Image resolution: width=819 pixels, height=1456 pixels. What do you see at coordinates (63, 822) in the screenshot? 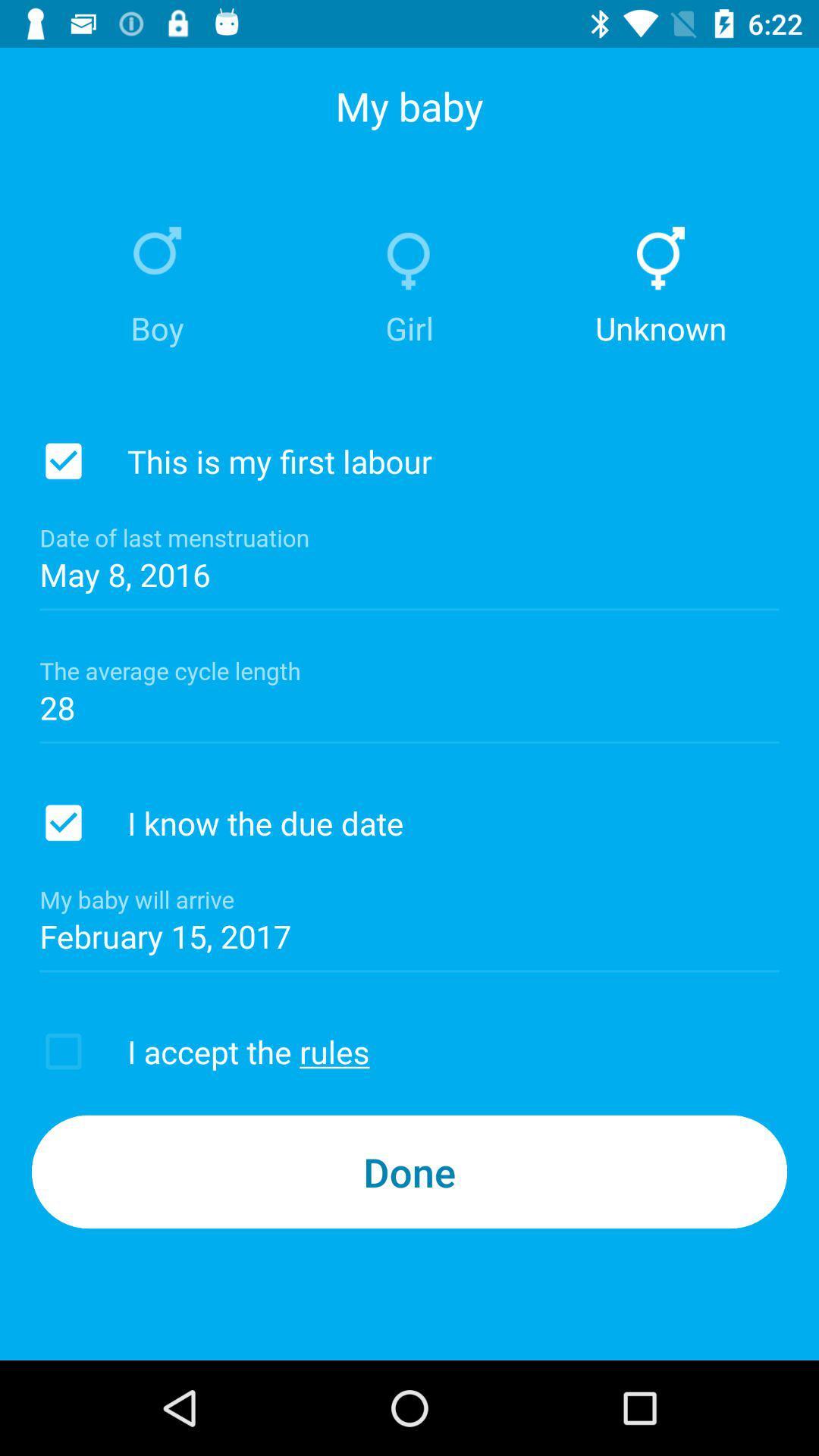
I see `disable` at bounding box center [63, 822].